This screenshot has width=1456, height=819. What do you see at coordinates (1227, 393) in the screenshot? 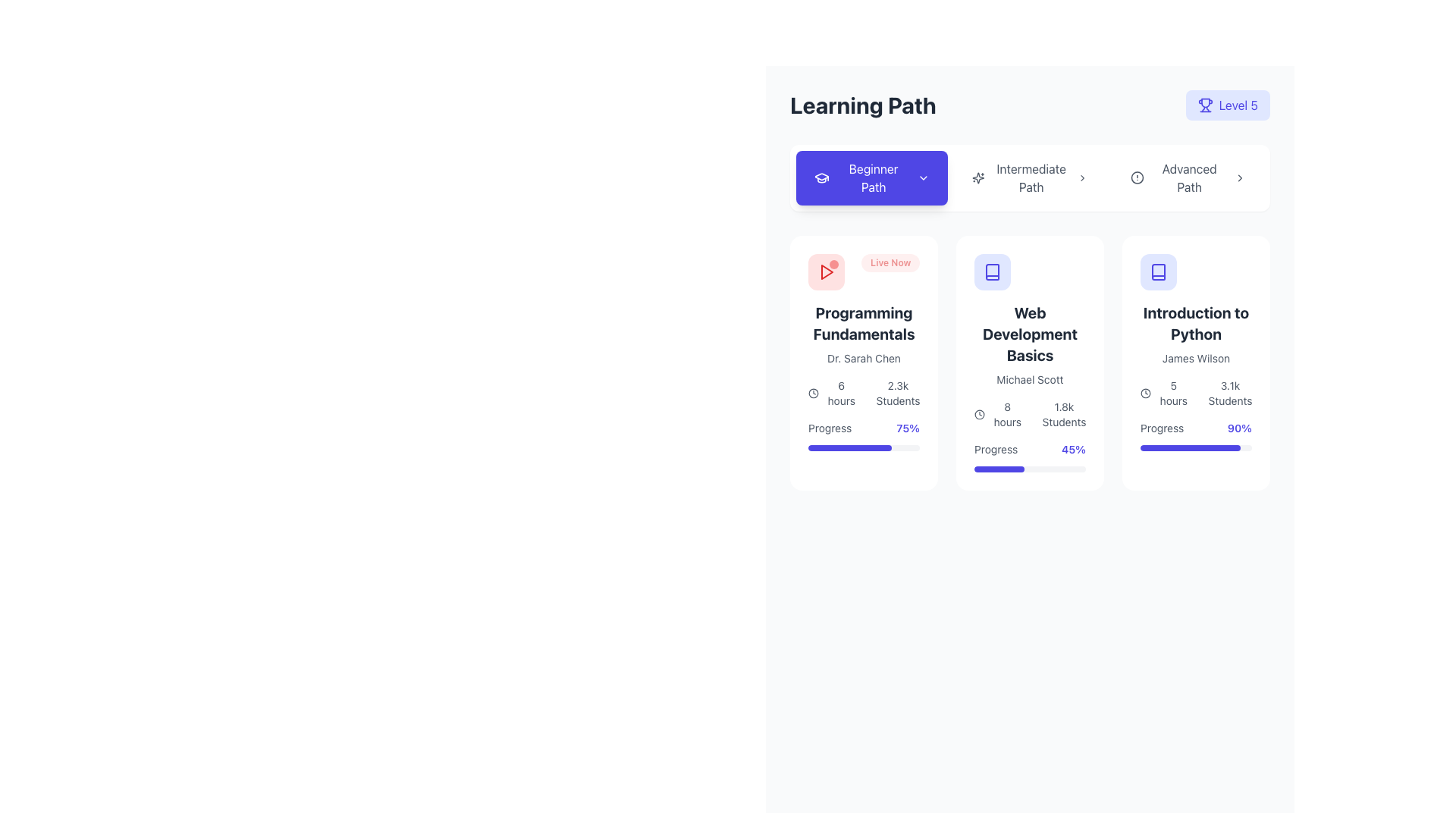
I see `the text label indicating the number of students enrolled in the 'Introduction to Python' course located in the bottom-right corner of the course card` at bounding box center [1227, 393].